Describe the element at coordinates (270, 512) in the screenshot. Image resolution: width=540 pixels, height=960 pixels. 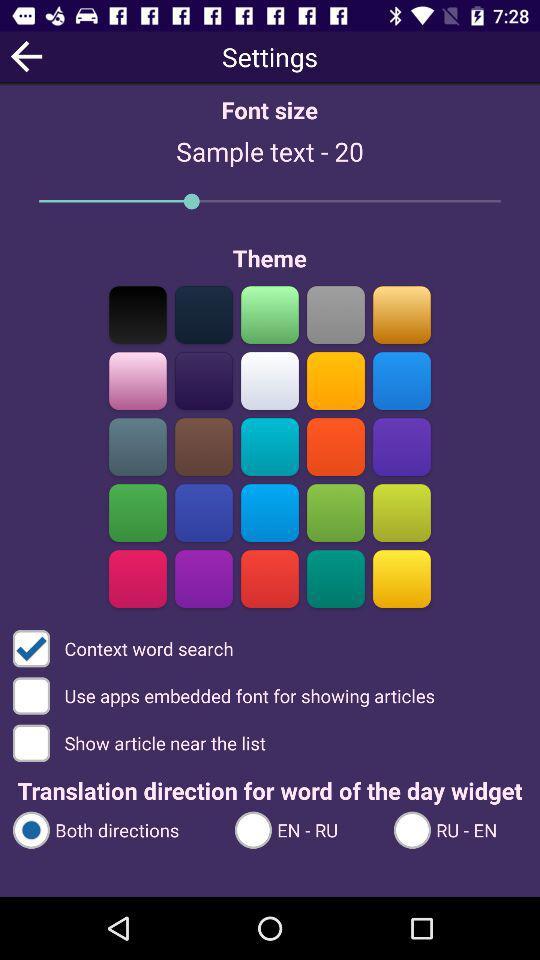
I see `this colour option` at that location.